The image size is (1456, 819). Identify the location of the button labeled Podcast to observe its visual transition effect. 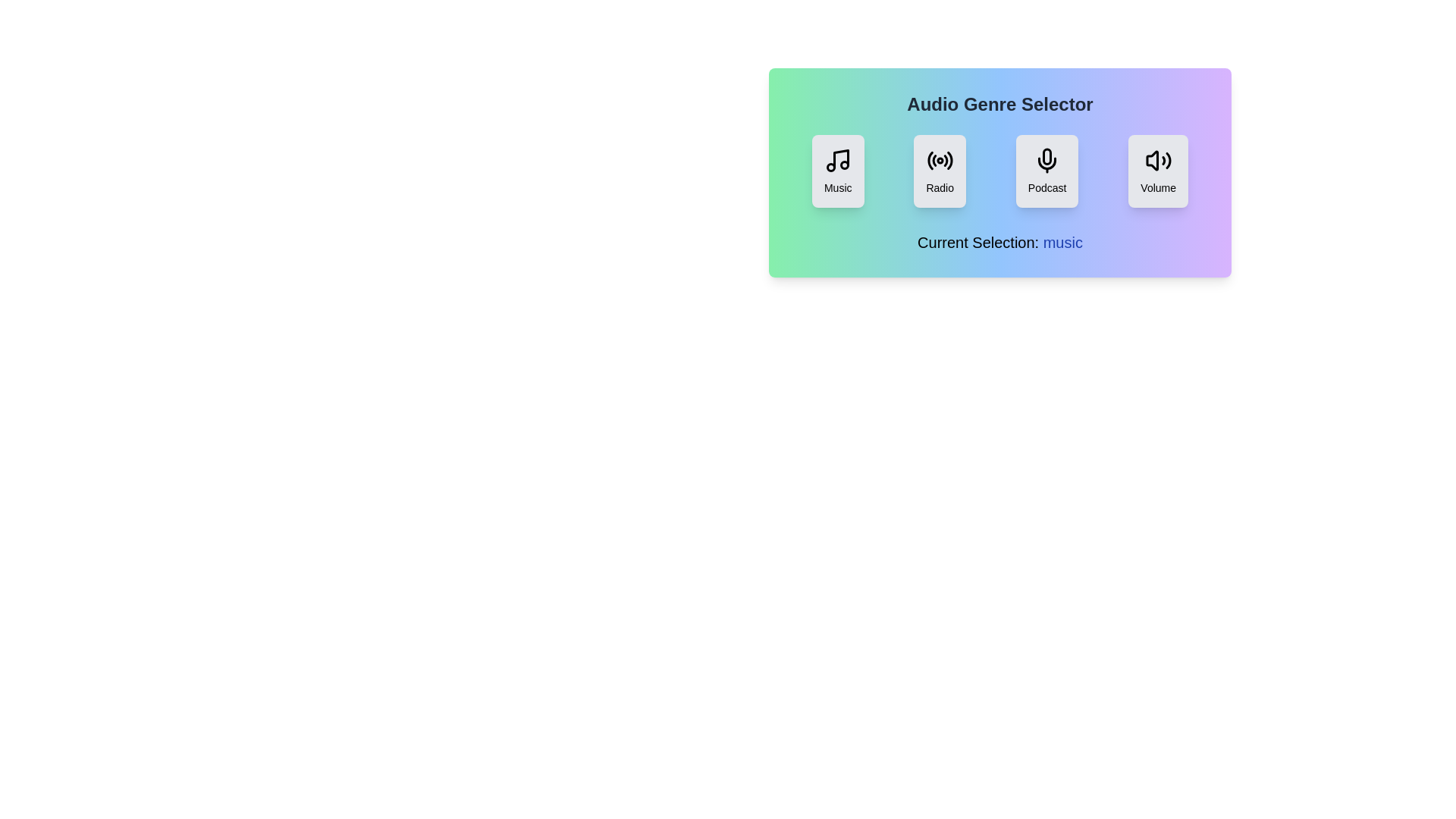
(1046, 171).